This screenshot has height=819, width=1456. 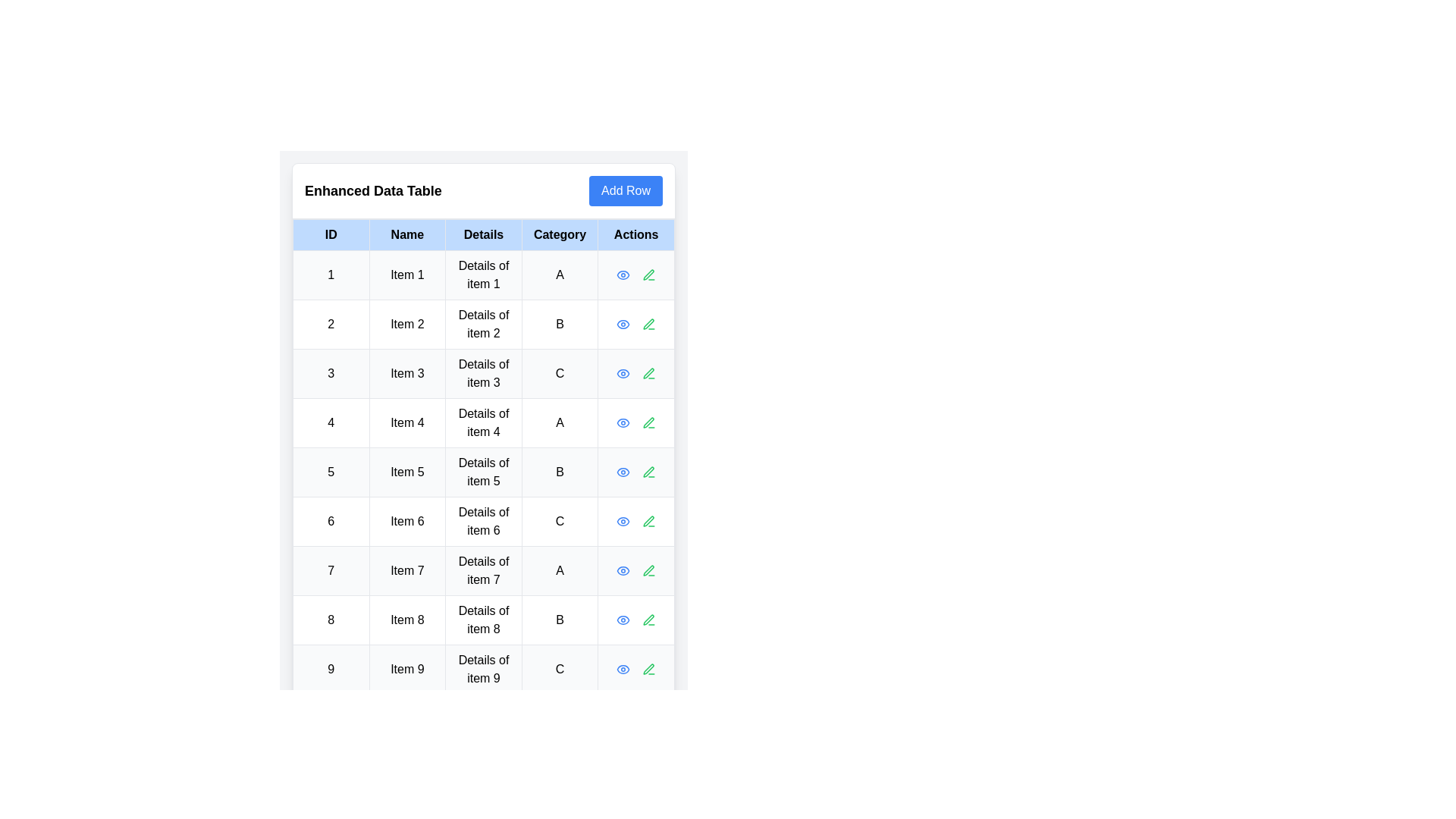 What do you see at coordinates (649, 520) in the screenshot?
I see `the edit icon located in the 'Actions' column of the table for 'Item 6'` at bounding box center [649, 520].